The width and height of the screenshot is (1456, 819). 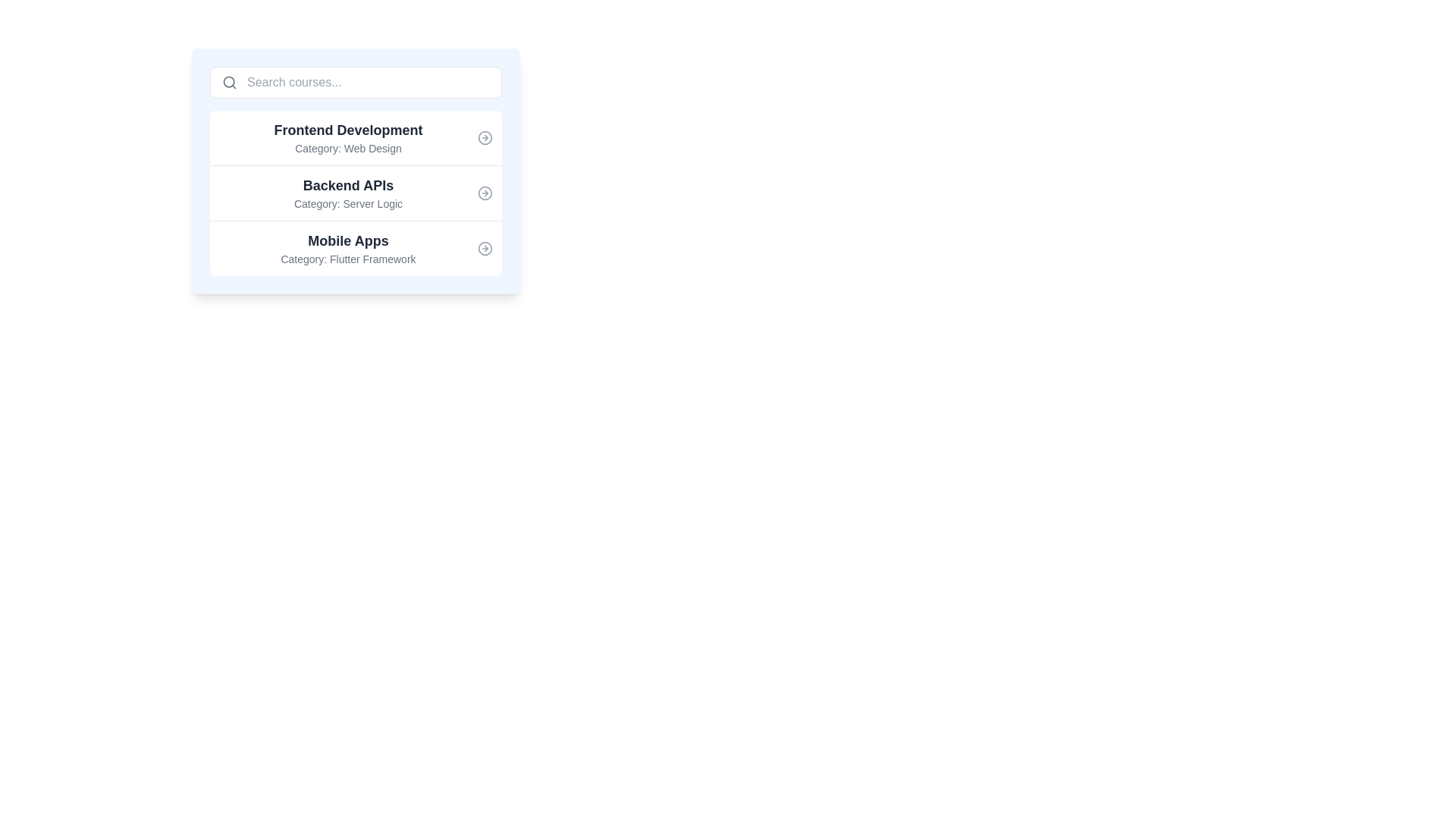 What do you see at coordinates (347, 137) in the screenshot?
I see `the Text label displaying 'Frontend Development' and 'Category: Web Design', which is the first entry in the vertical listing of course categories` at bounding box center [347, 137].